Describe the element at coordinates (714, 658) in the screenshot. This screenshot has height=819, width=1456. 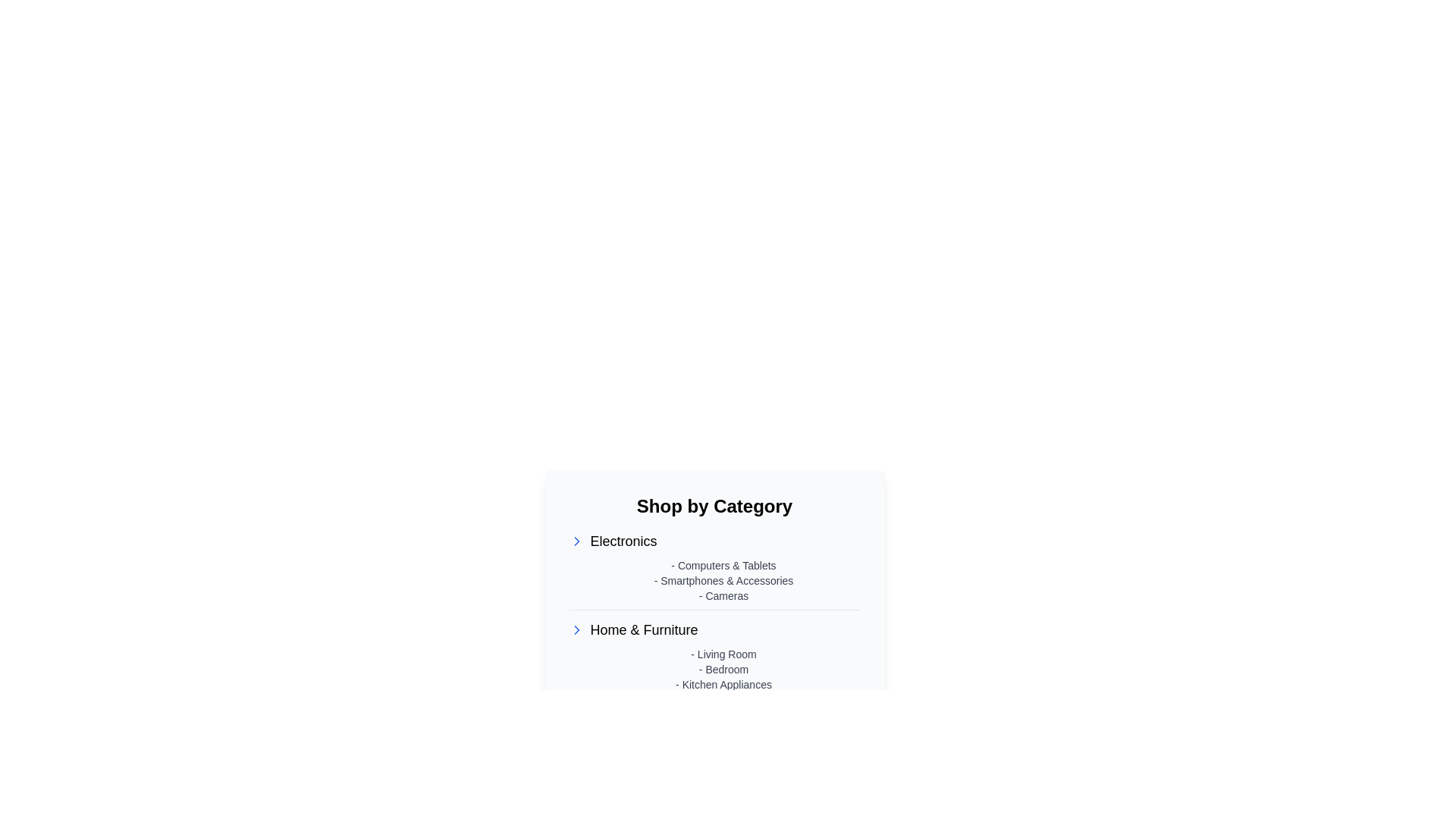
I see `the linked subcategories within the 'Structured Text Content' section under 'Shop by Category', which features bold category headers and indented sub-items` at that location.